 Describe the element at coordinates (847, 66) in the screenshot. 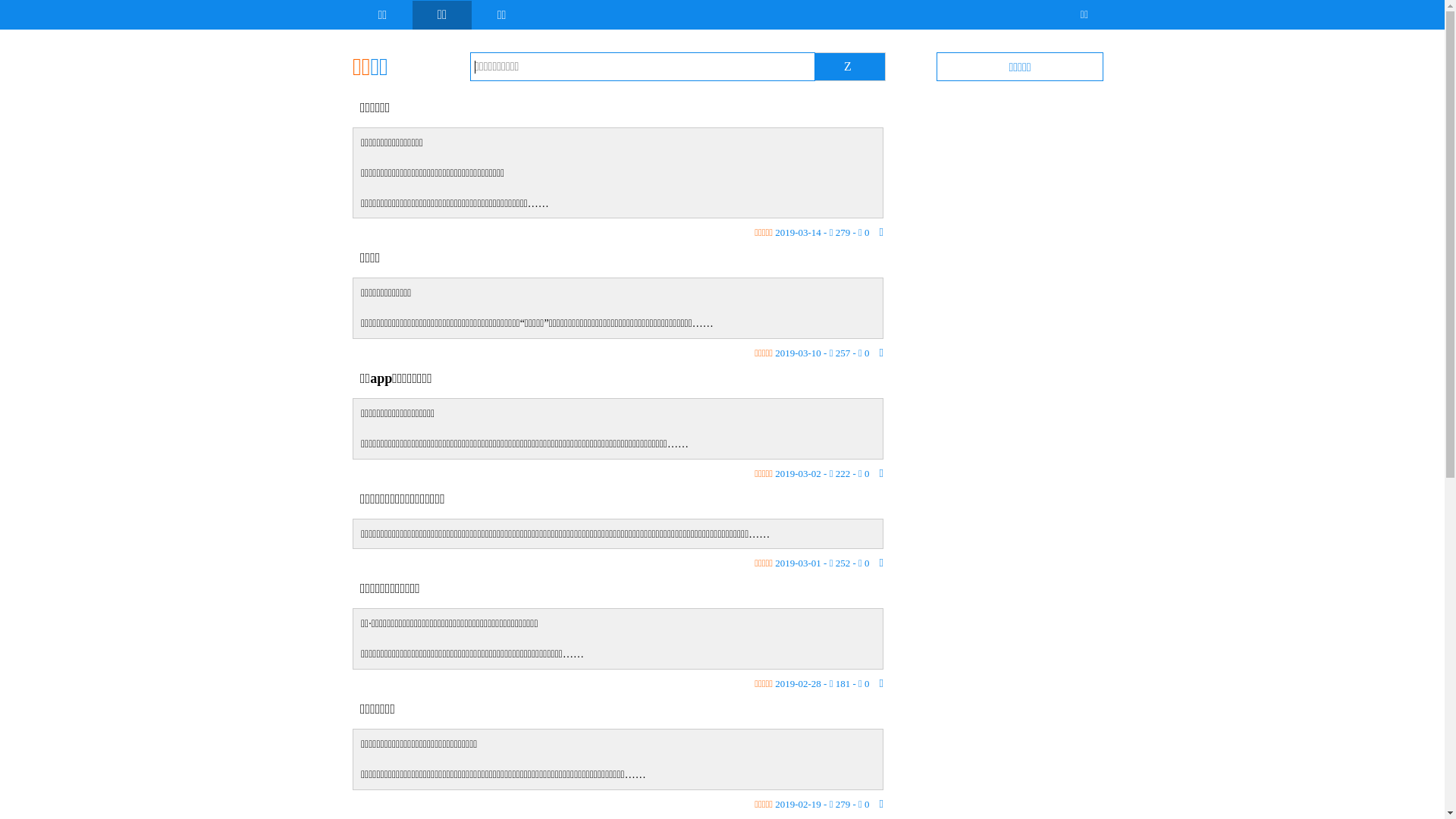

I see `'Z'` at that location.